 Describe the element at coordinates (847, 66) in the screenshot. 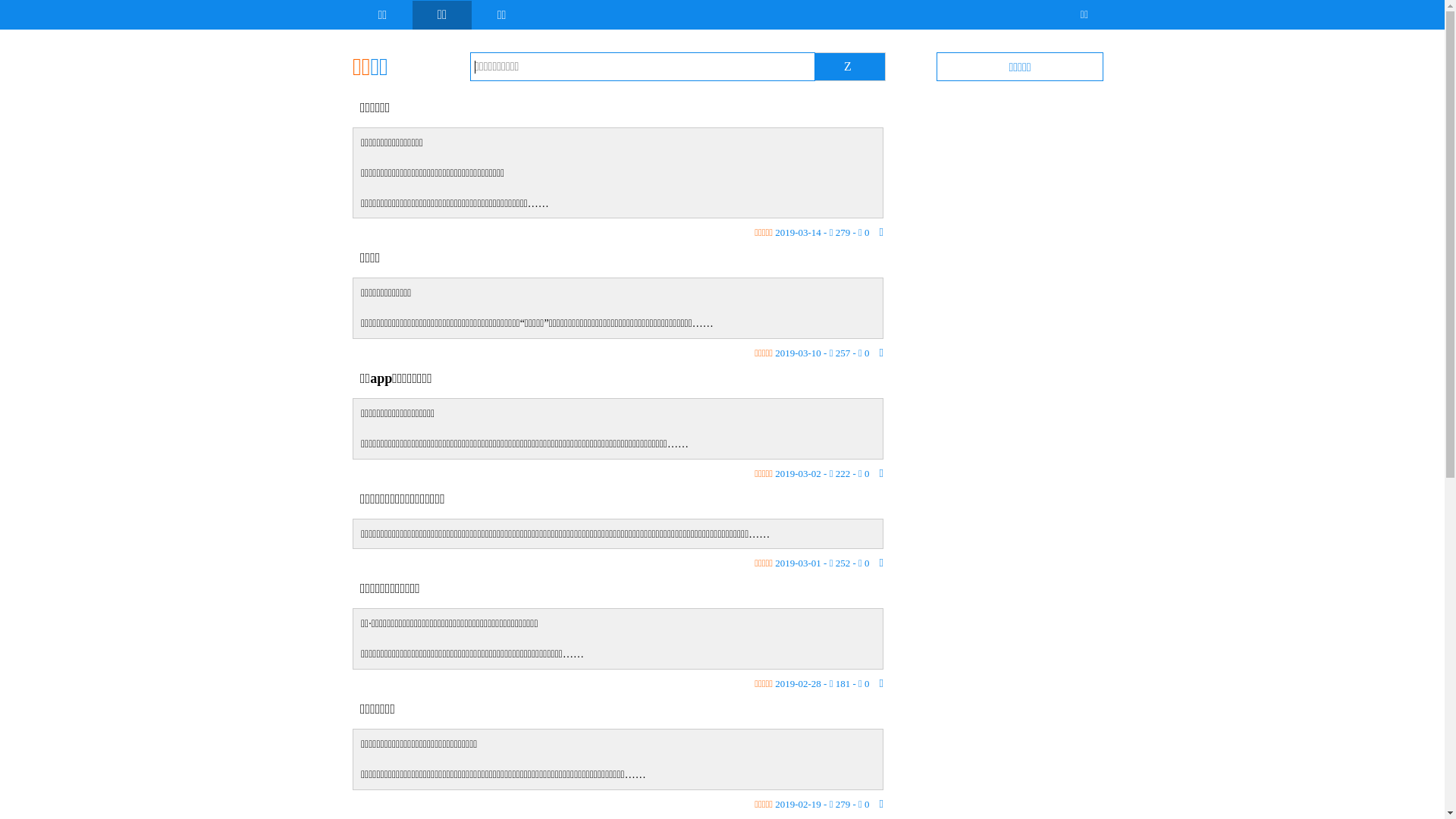

I see `'Z'` at that location.